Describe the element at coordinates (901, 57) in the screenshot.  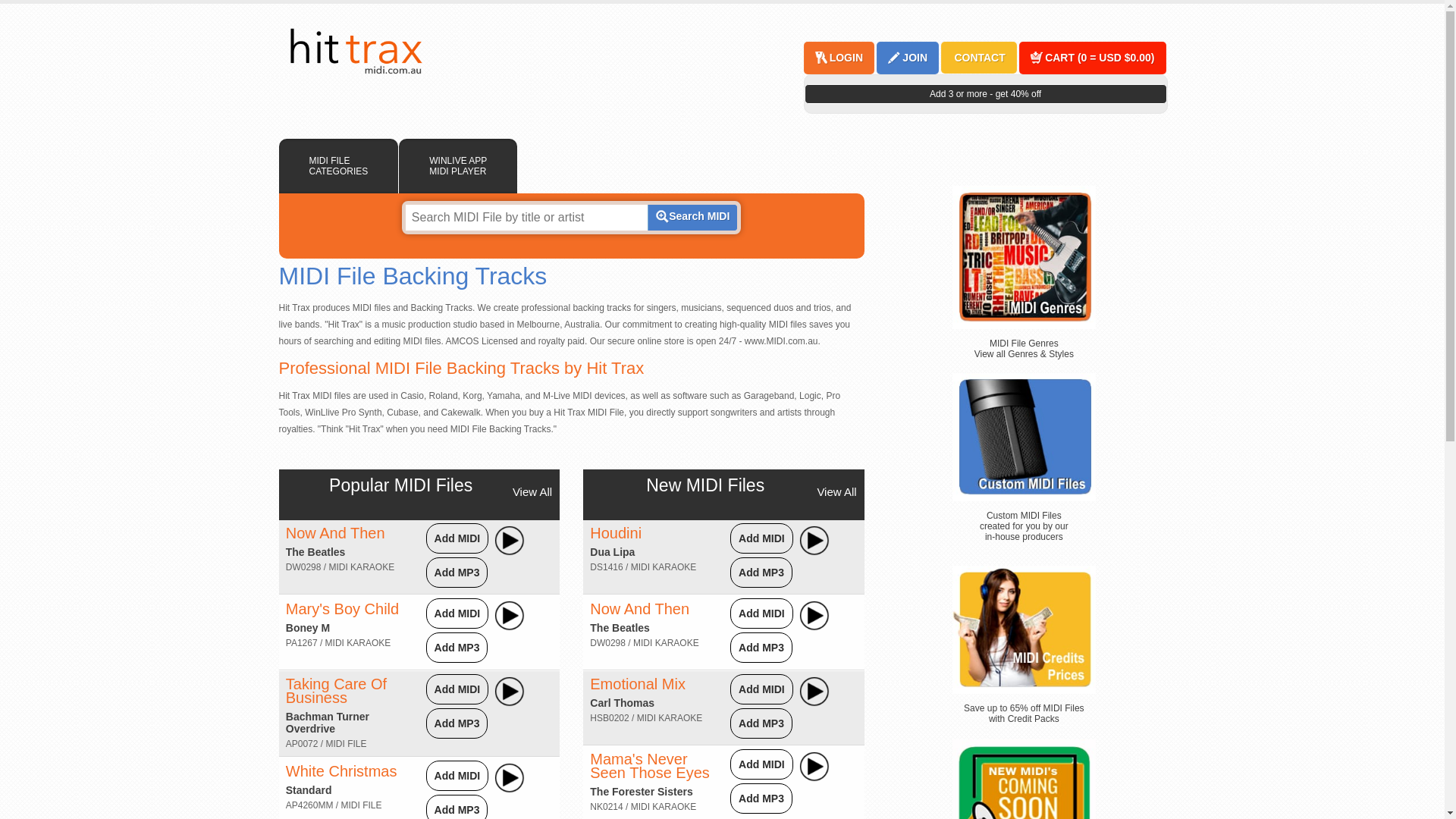
I see `'JOIN'` at that location.